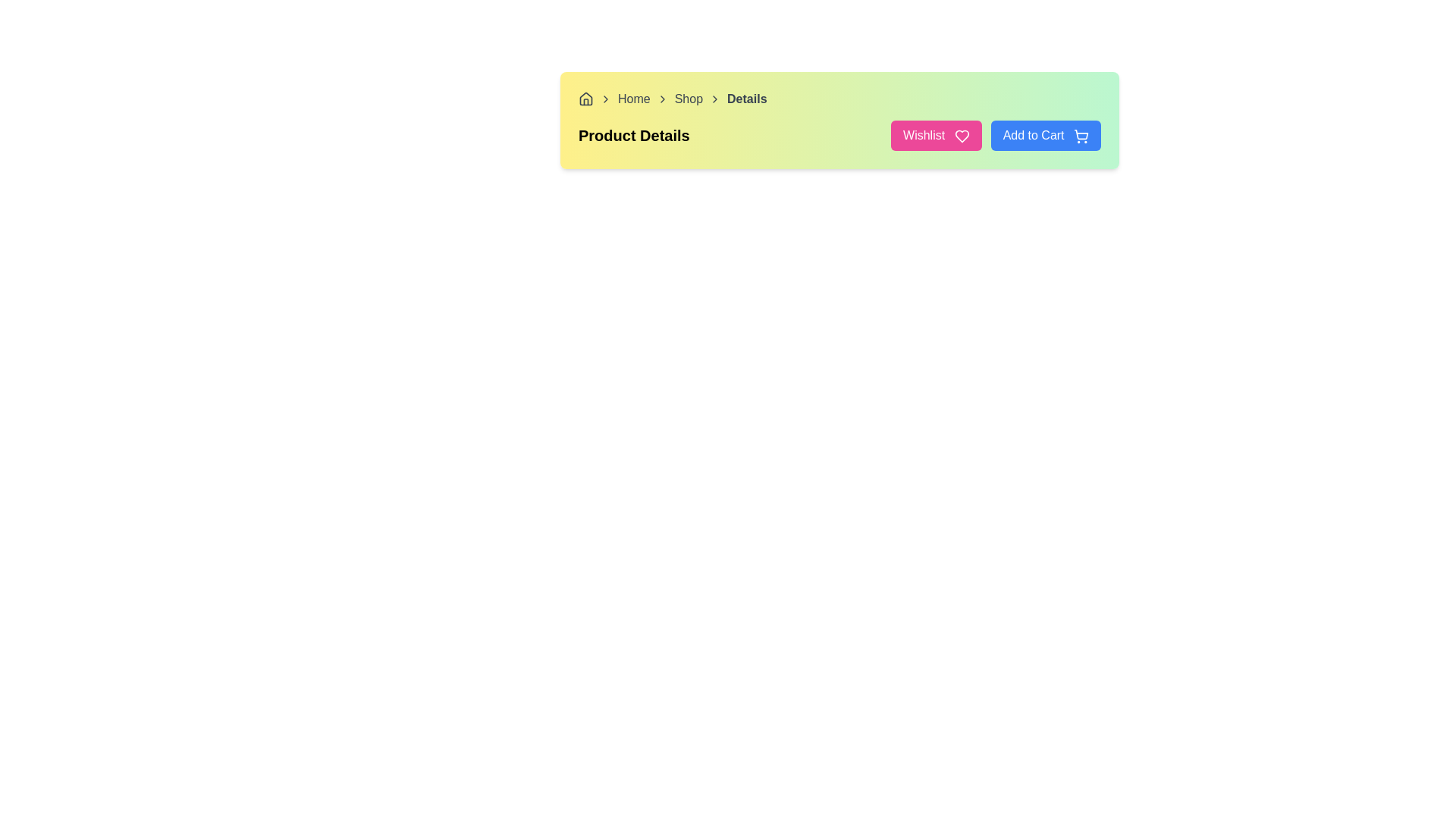 This screenshot has height=819, width=1456. What do you see at coordinates (747, 99) in the screenshot?
I see `the 'Details' text label in the breadcrumb navigation bar, which indicates the current section the user is in` at bounding box center [747, 99].